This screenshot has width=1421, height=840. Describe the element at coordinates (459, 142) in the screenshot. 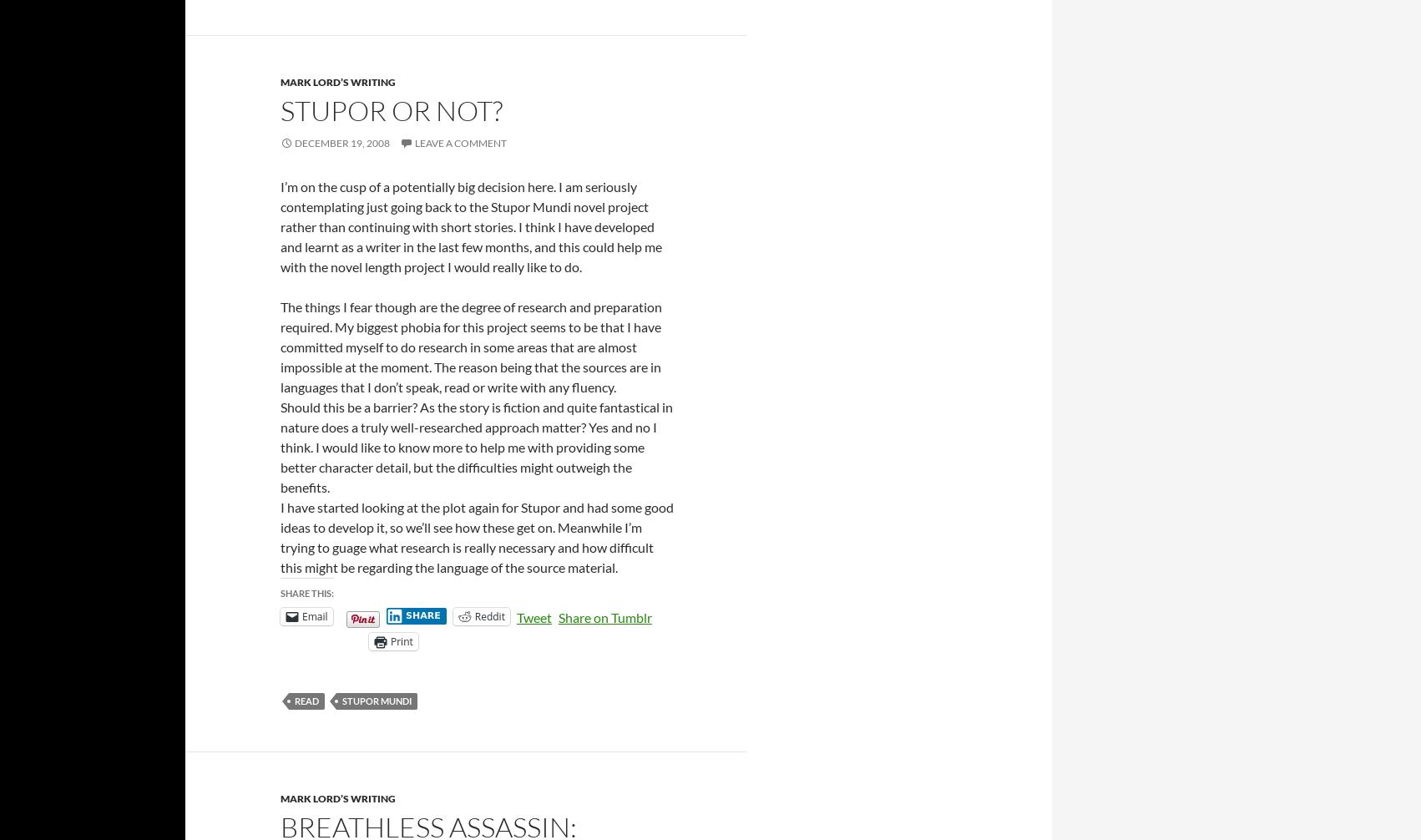

I see `'Leave a comment'` at that location.